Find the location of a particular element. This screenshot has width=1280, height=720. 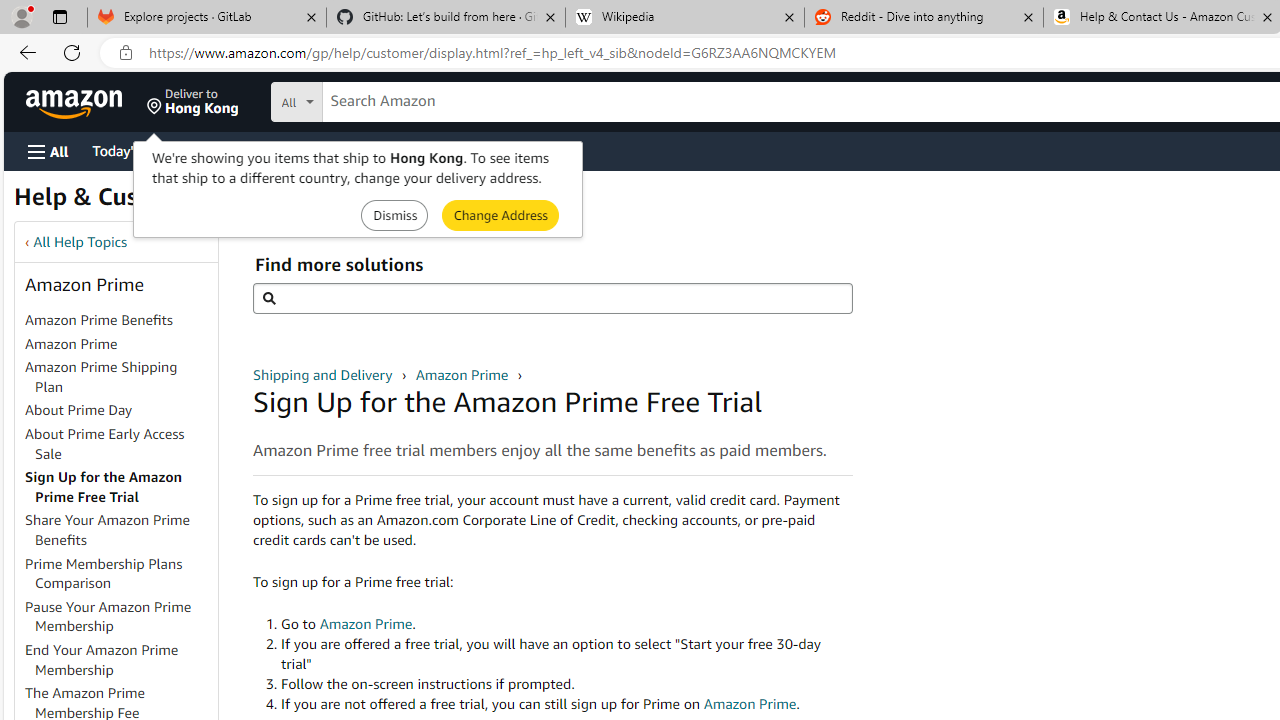

'Open Menu' is located at coordinates (48, 150).